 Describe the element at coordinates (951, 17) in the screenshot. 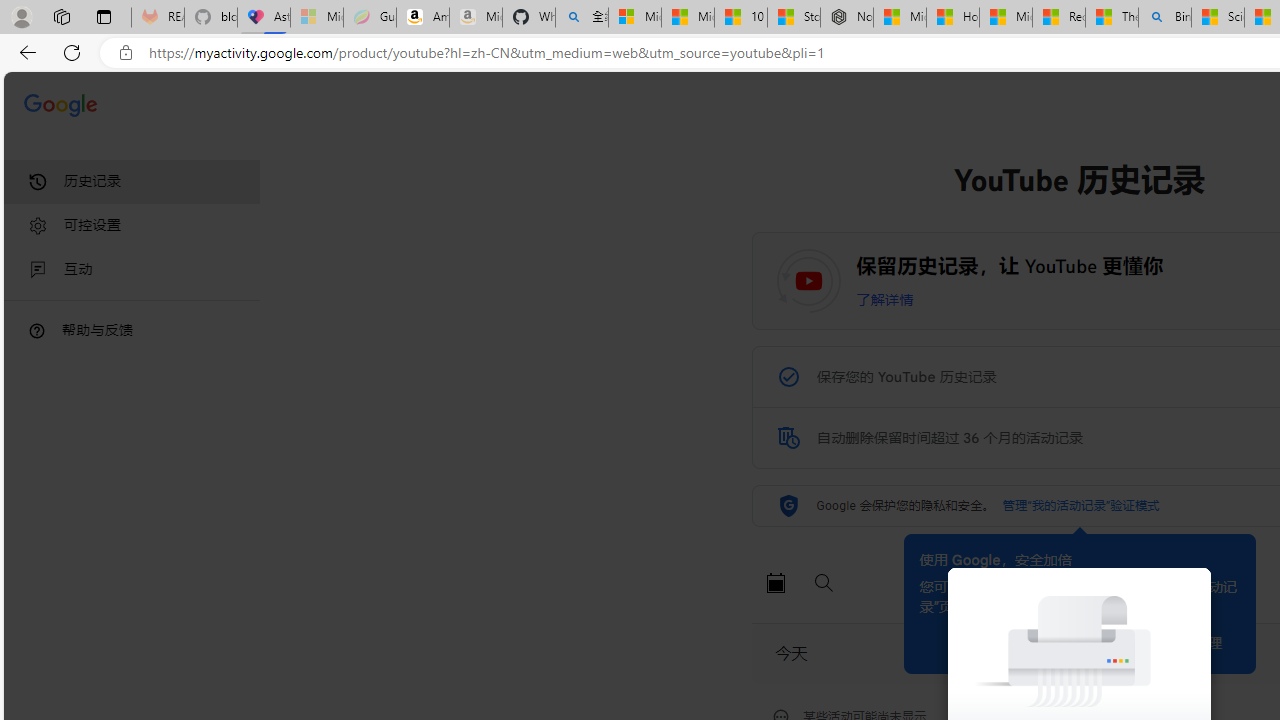

I see `'How I Got Rid of Microsoft Edge'` at that location.